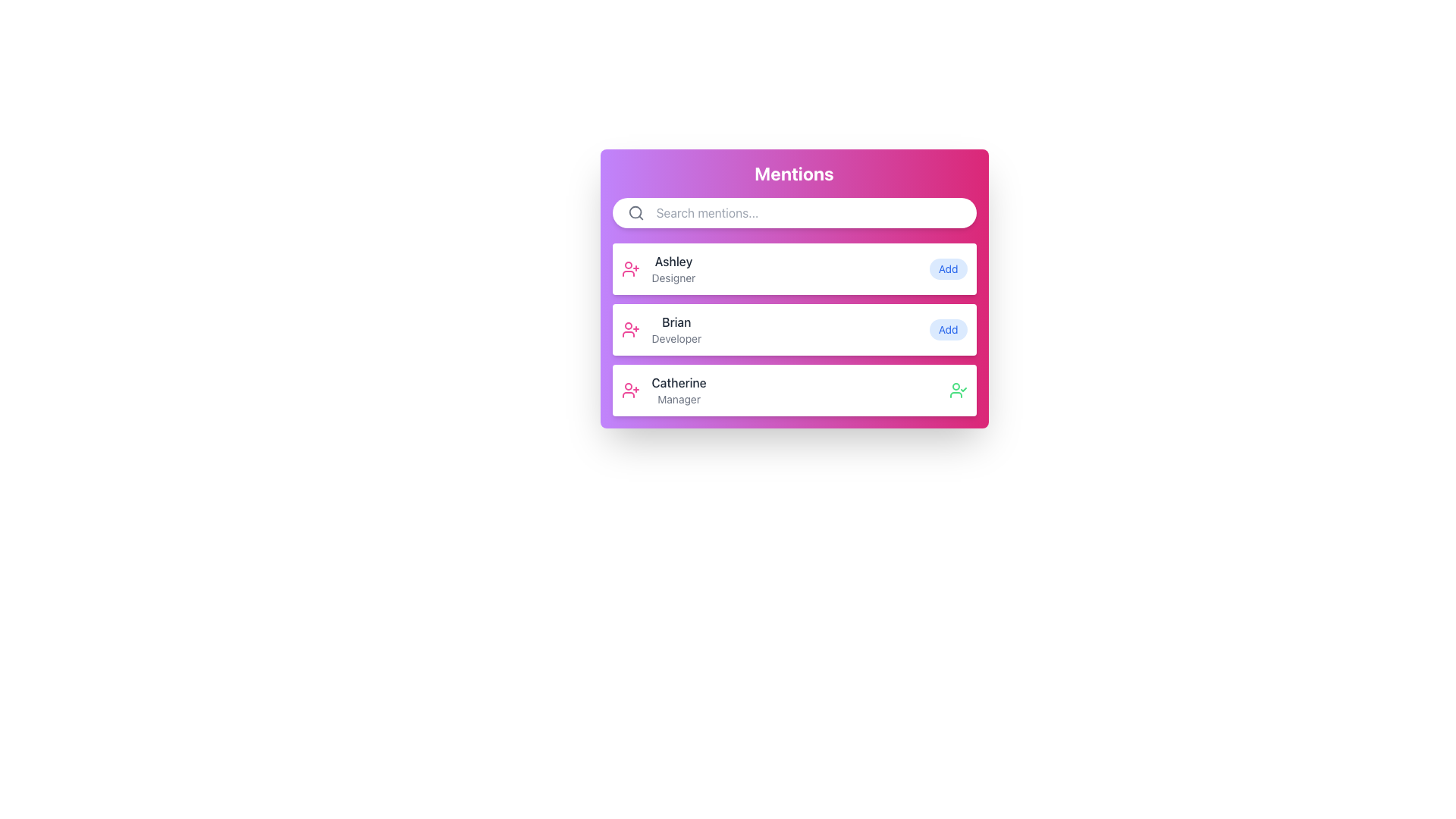  I want to click on the text label identifying the user, so click(673, 260).